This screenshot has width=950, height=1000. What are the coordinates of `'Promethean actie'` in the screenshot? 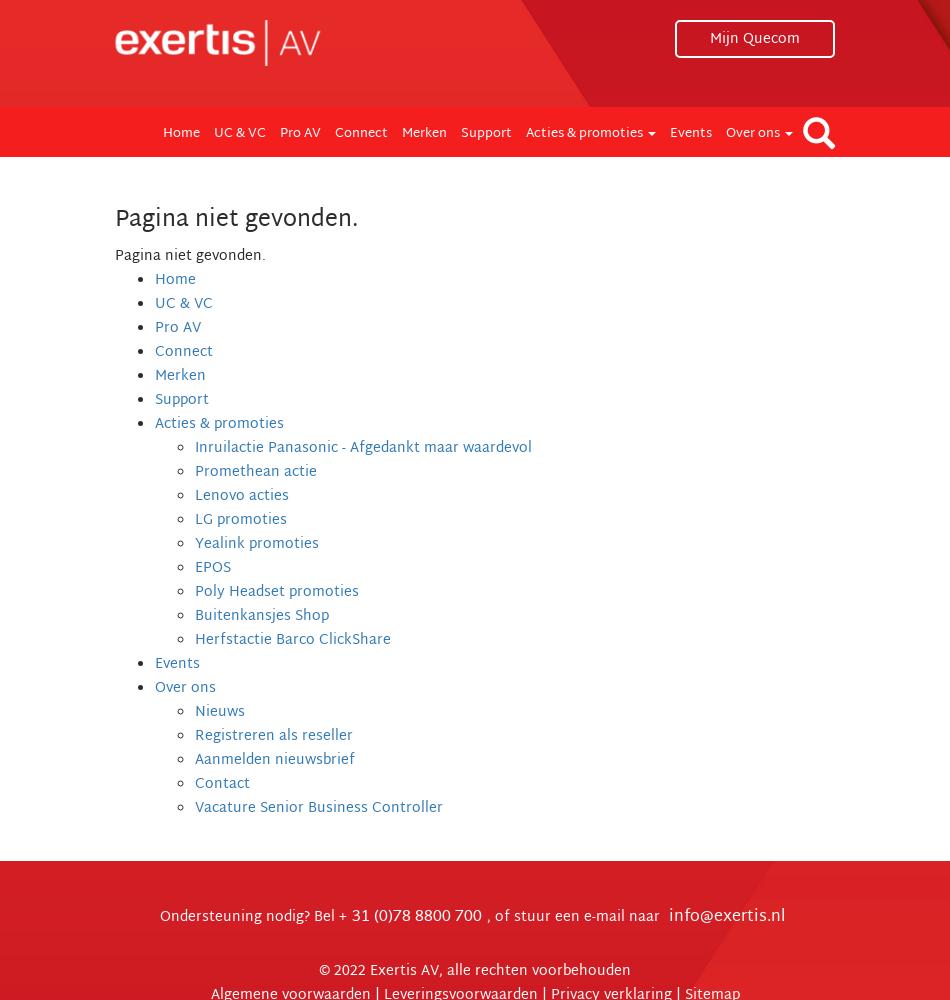 It's located at (255, 471).